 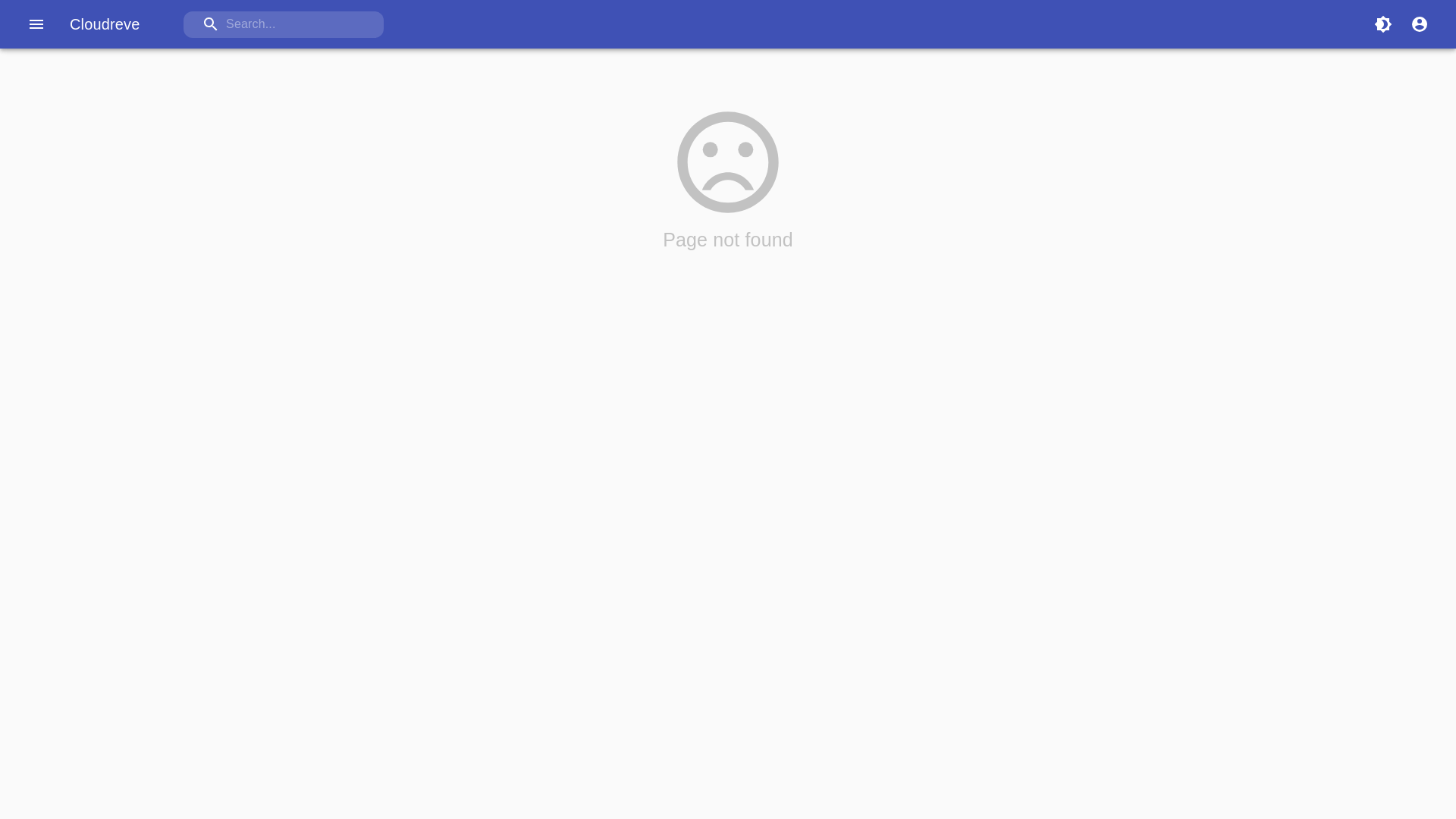 I want to click on 'Switch to dark theme', so click(x=1383, y=24).